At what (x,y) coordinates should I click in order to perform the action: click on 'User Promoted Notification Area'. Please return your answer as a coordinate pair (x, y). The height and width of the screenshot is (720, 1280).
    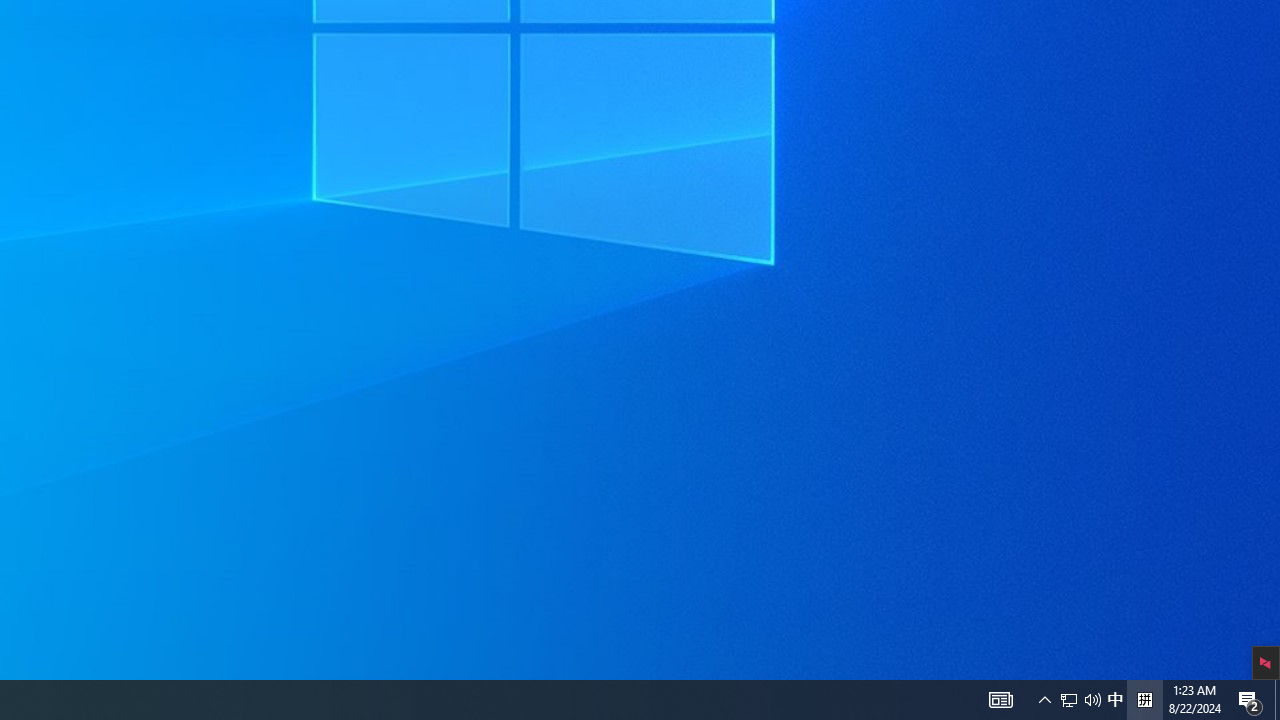
    Looking at the image, I should click on (1079, 698).